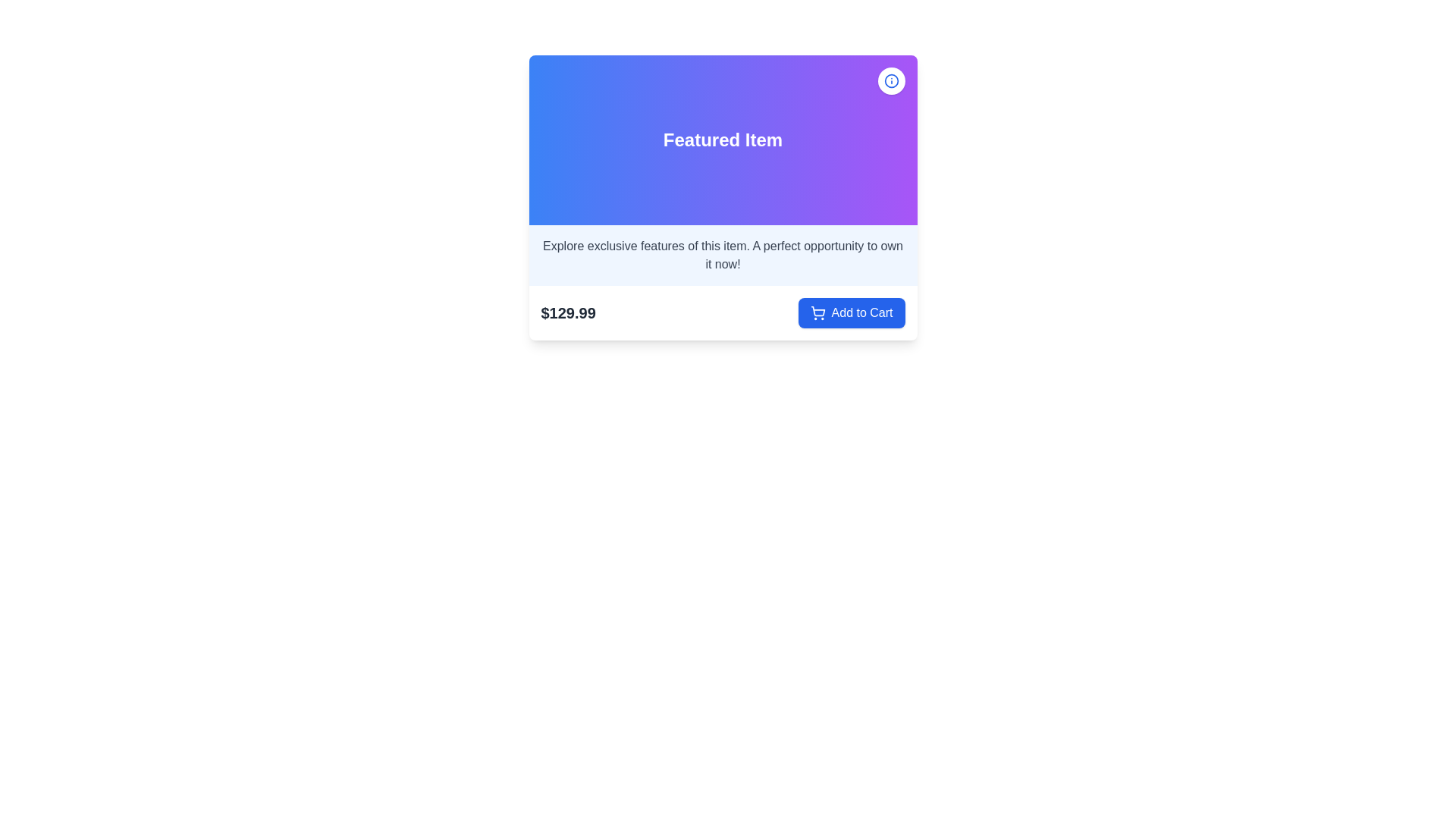 The width and height of the screenshot is (1456, 819). Describe the element at coordinates (817, 310) in the screenshot. I see `the shopping cart icon within the 'Add to Cart' button located on the right side of the blue panel at the bottom of the card interface` at that location.